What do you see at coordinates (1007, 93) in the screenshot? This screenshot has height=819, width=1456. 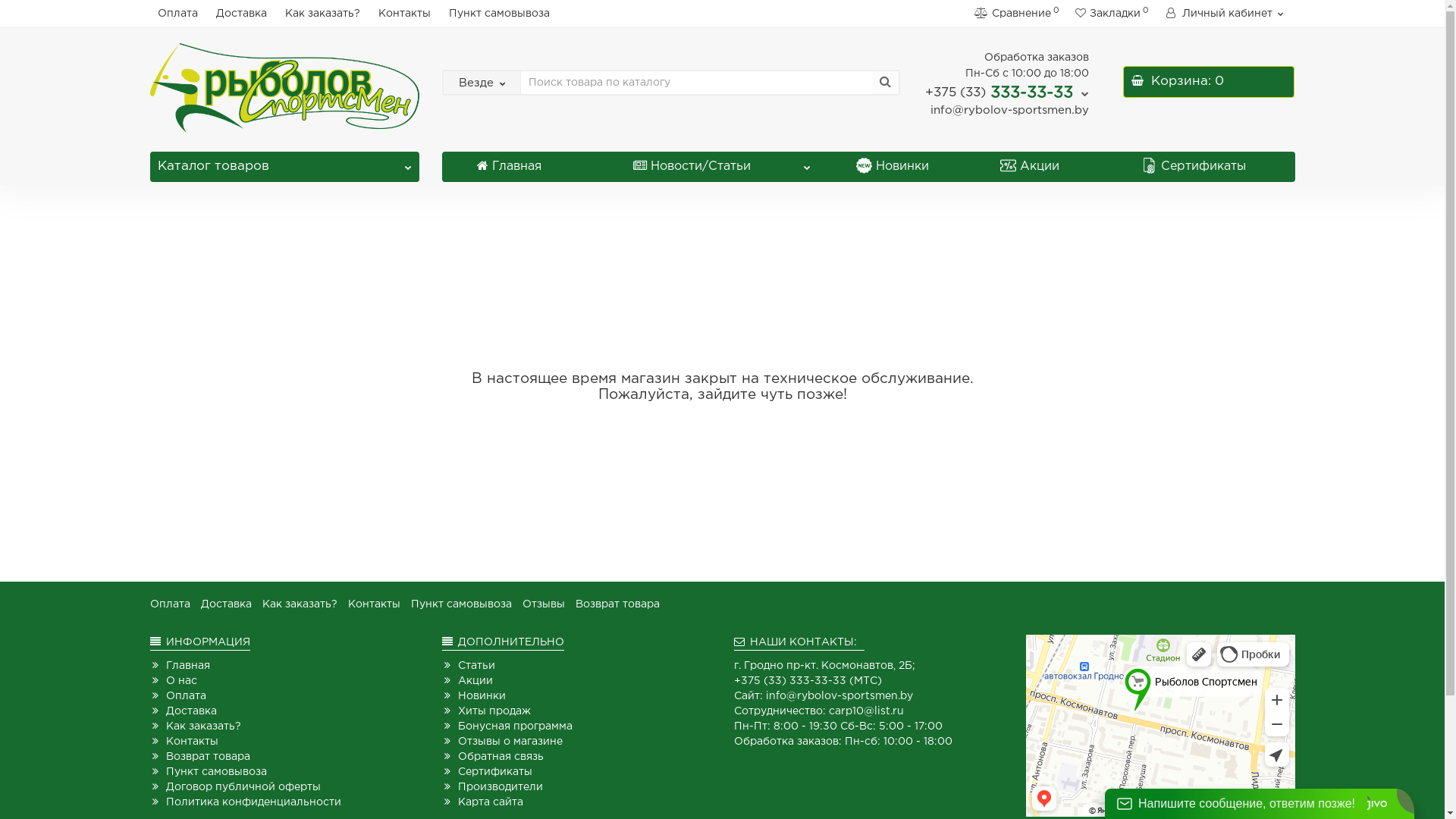 I see `'+375 (33) 333-33-33'` at bounding box center [1007, 93].